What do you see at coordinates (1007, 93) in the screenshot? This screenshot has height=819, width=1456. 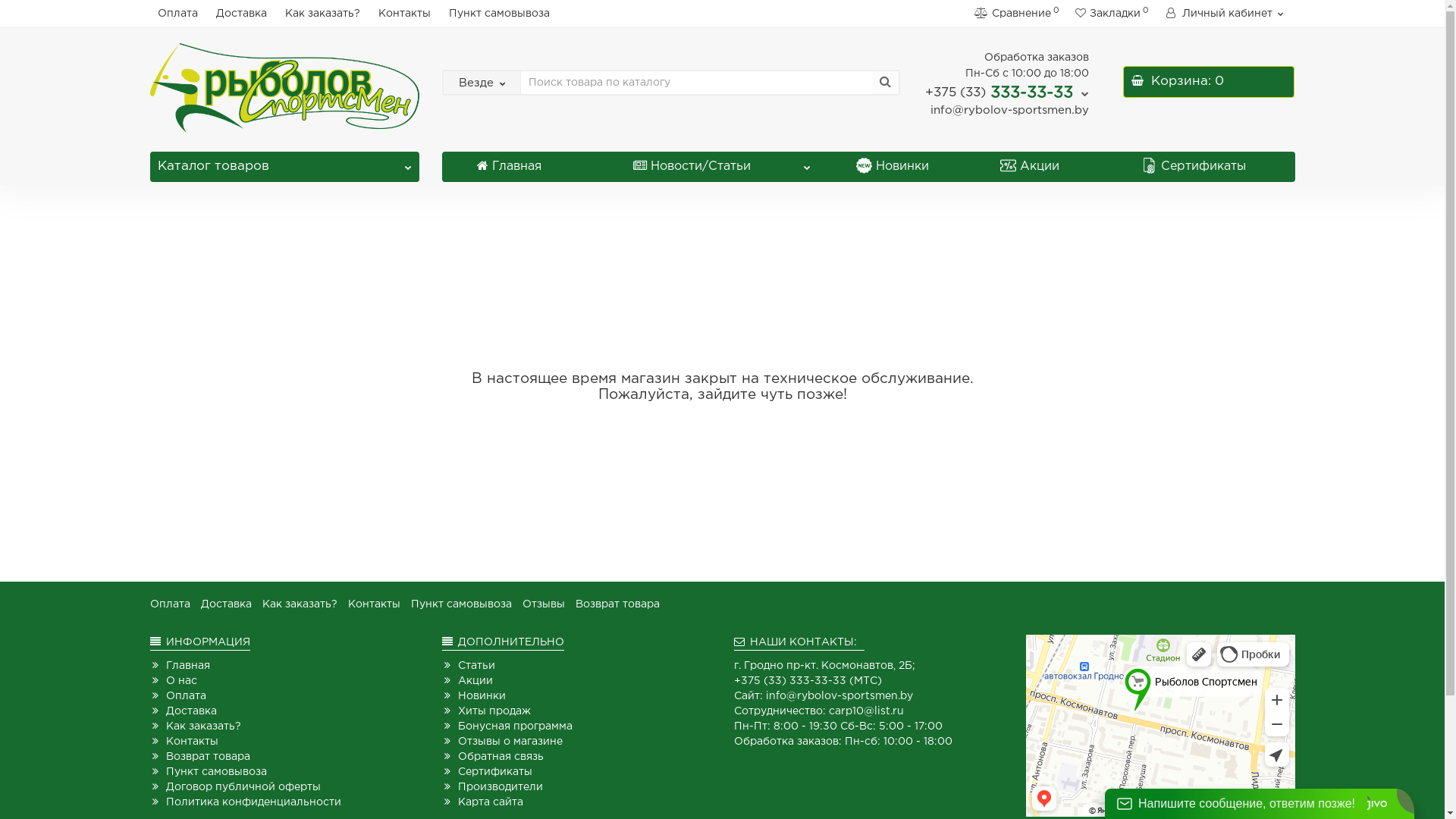 I see `'+375 (33) 333-33-33'` at bounding box center [1007, 93].